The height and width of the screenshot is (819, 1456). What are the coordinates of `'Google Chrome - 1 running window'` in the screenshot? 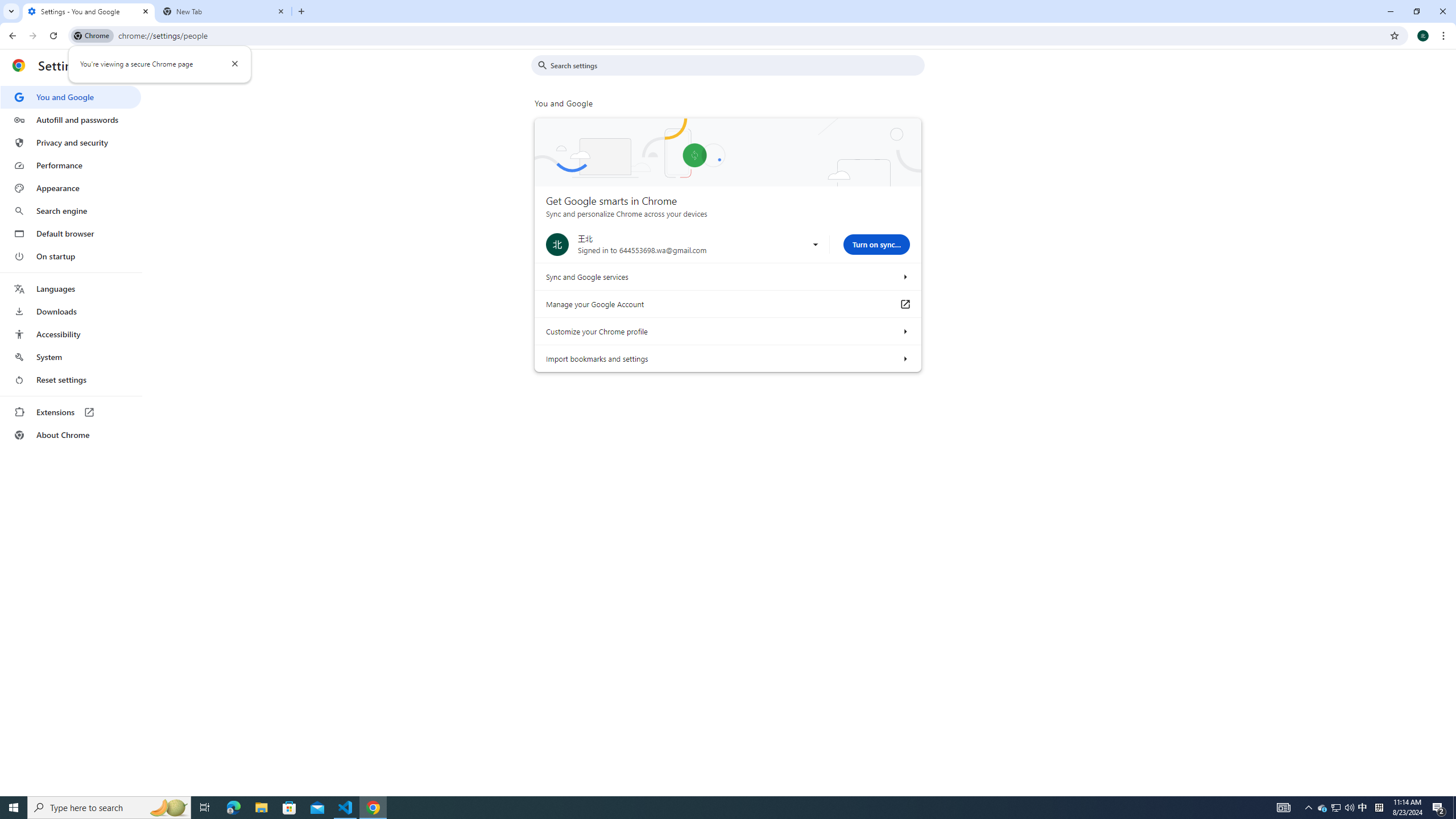 It's located at (373, 806).